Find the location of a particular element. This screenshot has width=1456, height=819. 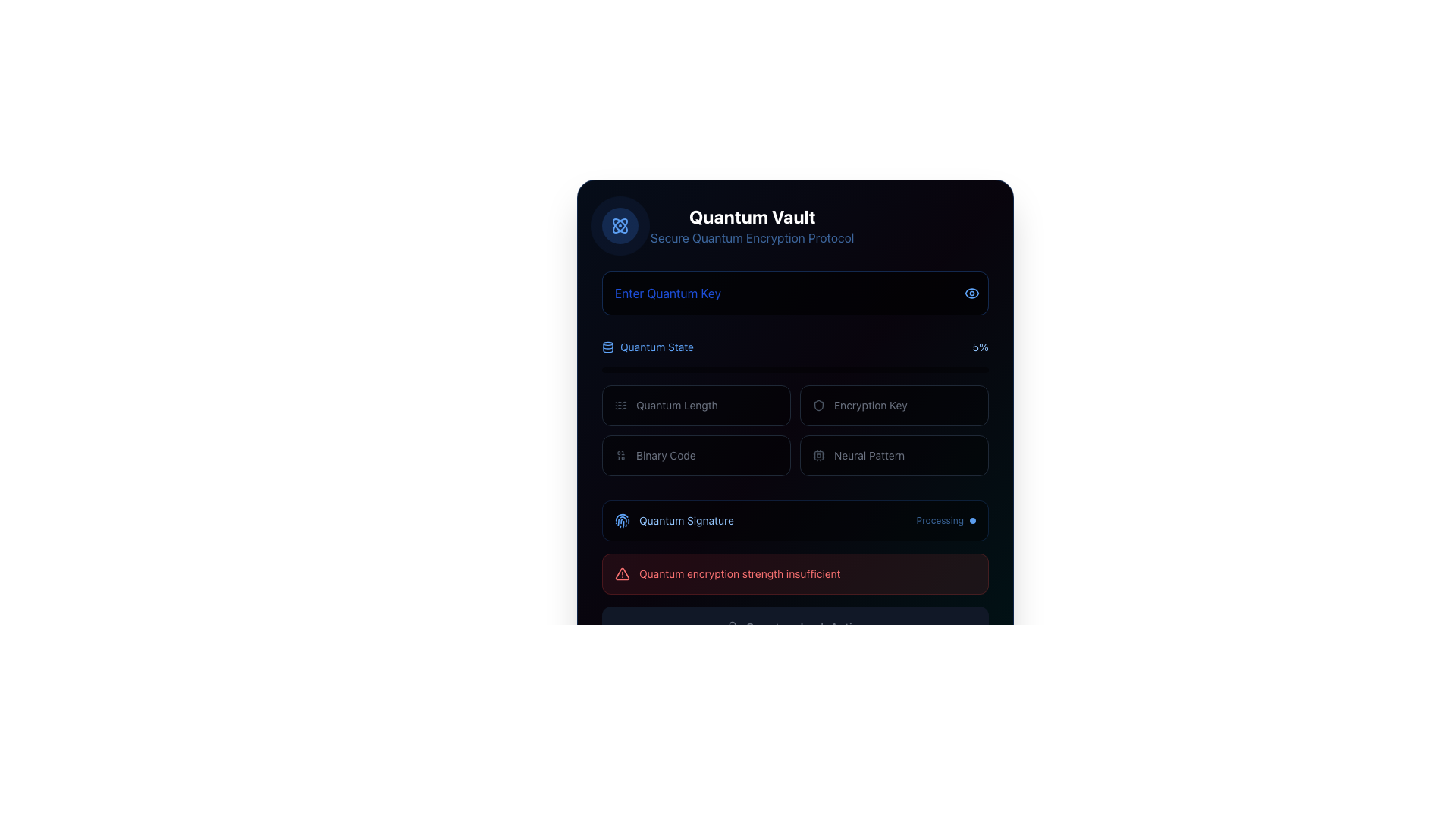

the stylized blue atom icon located in the top-left corner of the interface is located at coordinates (620, 225).